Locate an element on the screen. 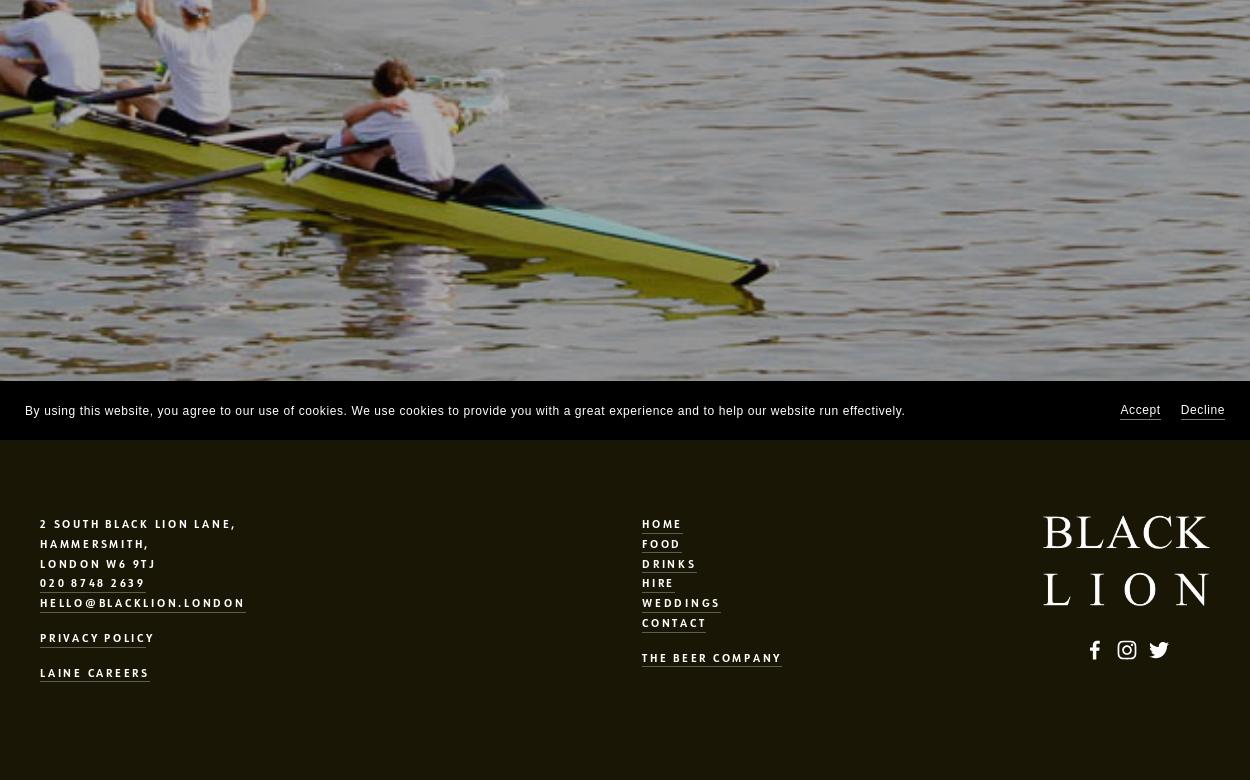 This screenshot has height=780, width=1250. 'food' is located at coordinates (662, 542).